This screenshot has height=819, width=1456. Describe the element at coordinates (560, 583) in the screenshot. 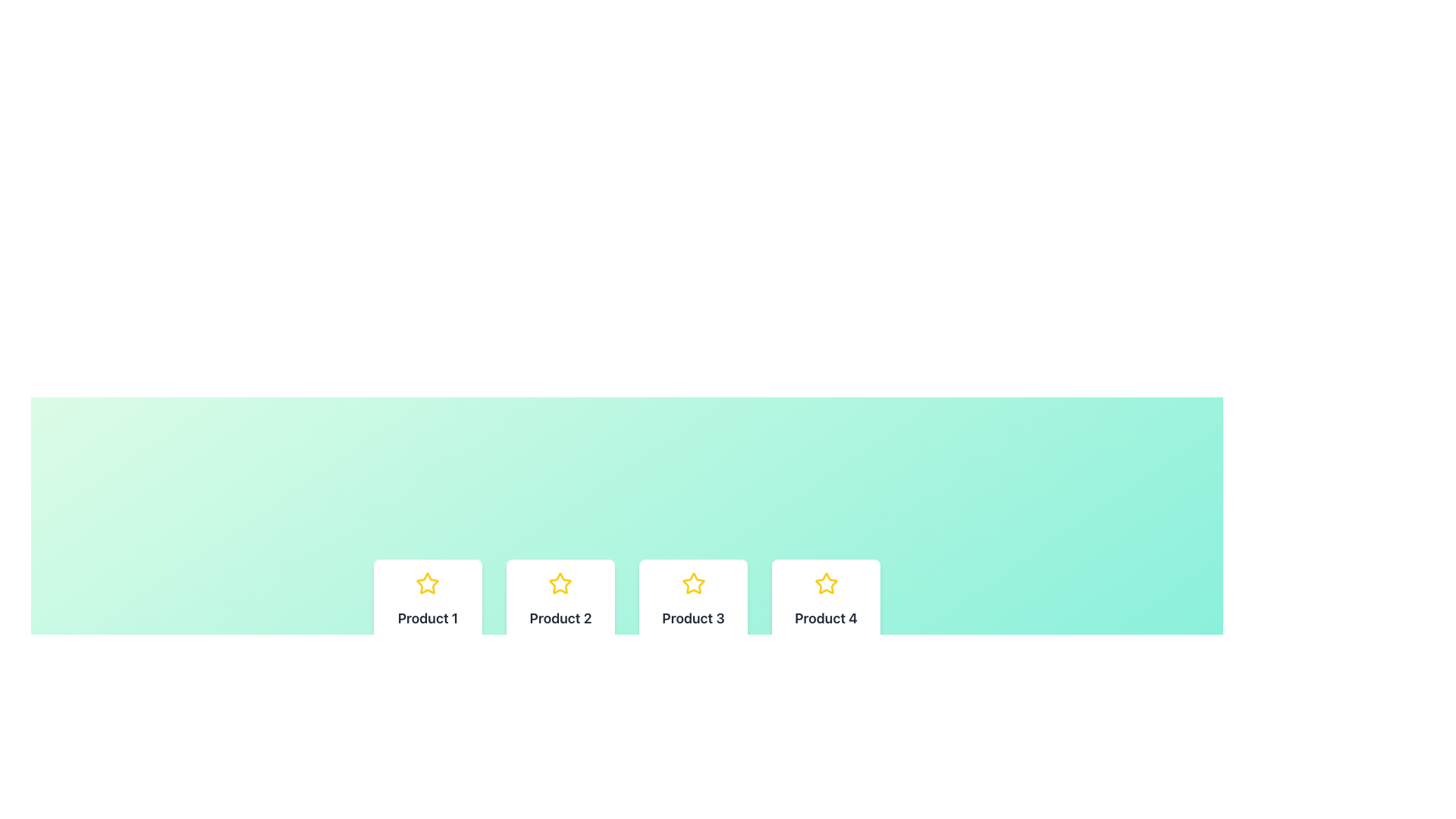

I see `the star icon located at the top center of the first card above the text 'Product 2' to trigger a visual change` at that location.